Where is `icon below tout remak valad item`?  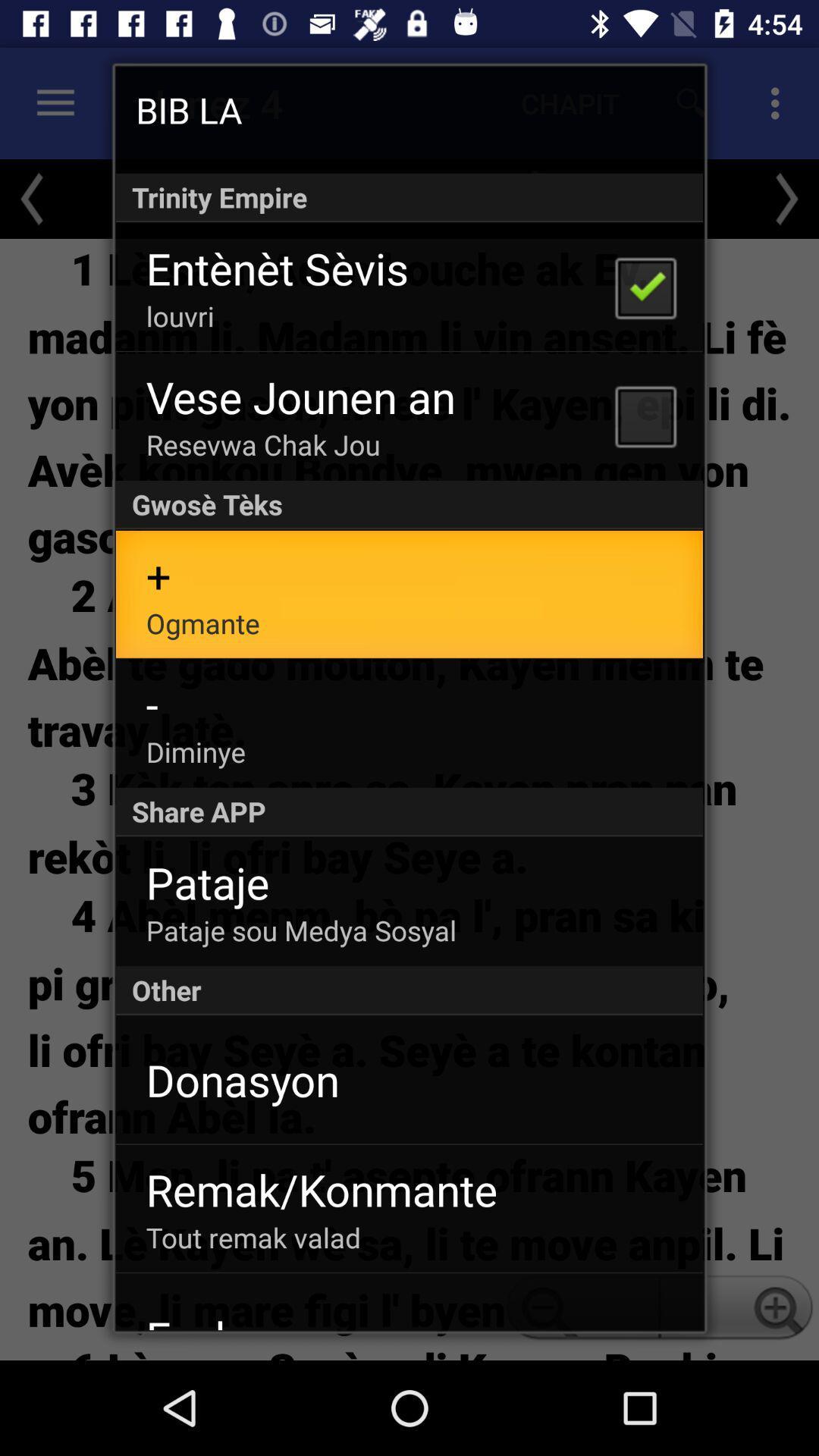 icon below tout remak valad item is located at coordinates (255, 1318).